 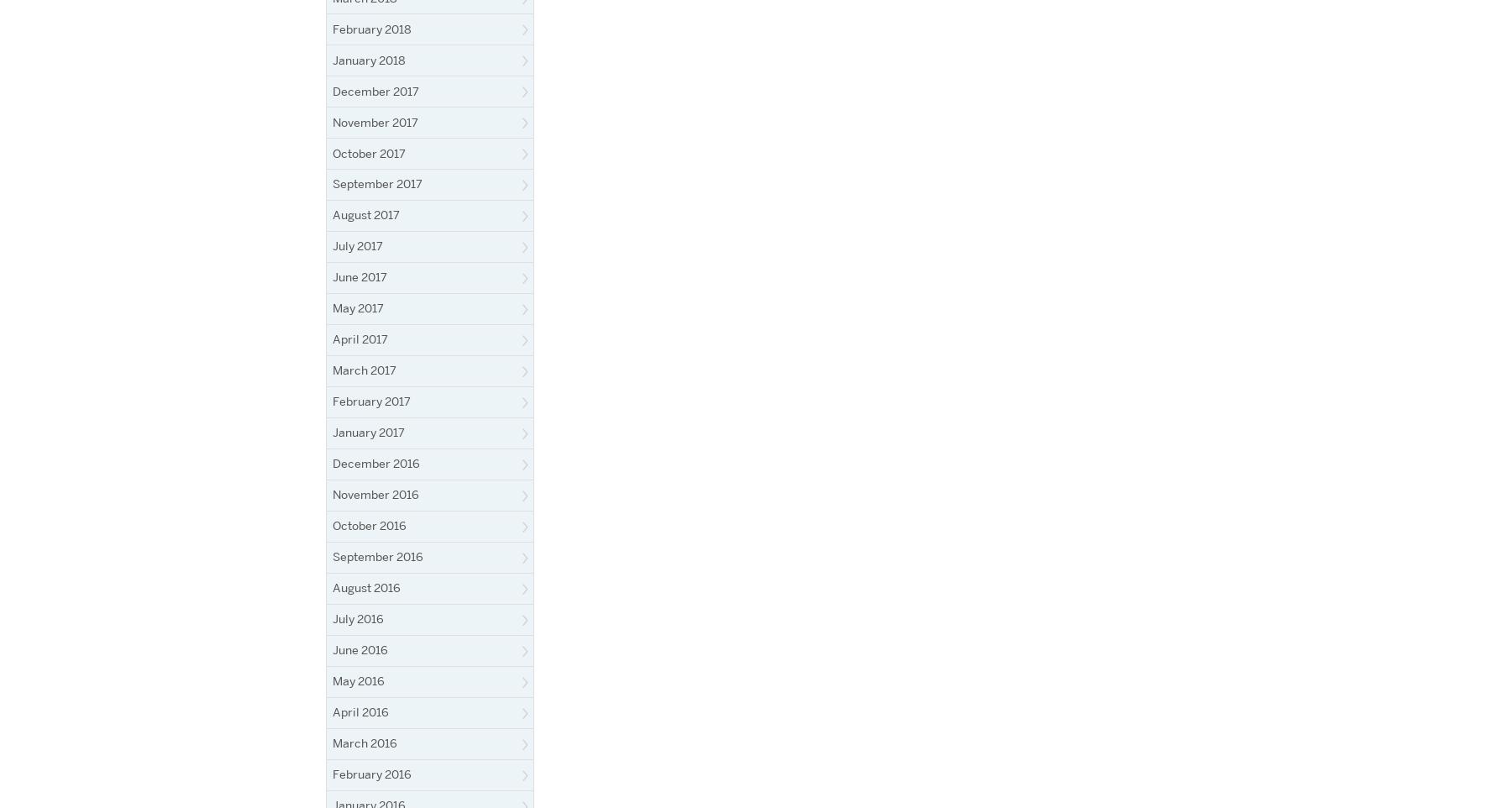 I want to click on 'October 2016', so click(x=369, y=524).